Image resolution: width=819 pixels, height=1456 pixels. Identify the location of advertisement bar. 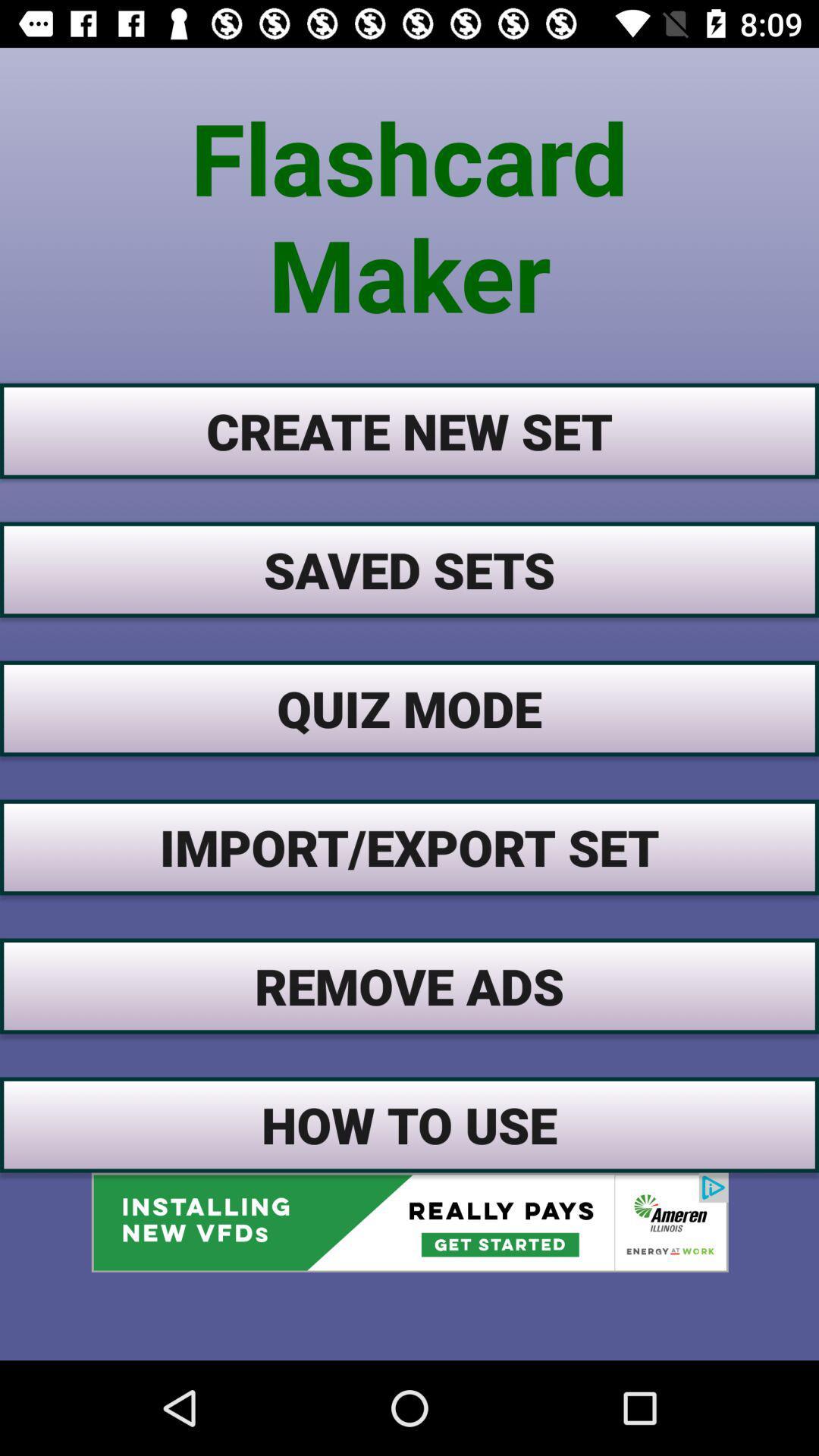
(409, 1222).